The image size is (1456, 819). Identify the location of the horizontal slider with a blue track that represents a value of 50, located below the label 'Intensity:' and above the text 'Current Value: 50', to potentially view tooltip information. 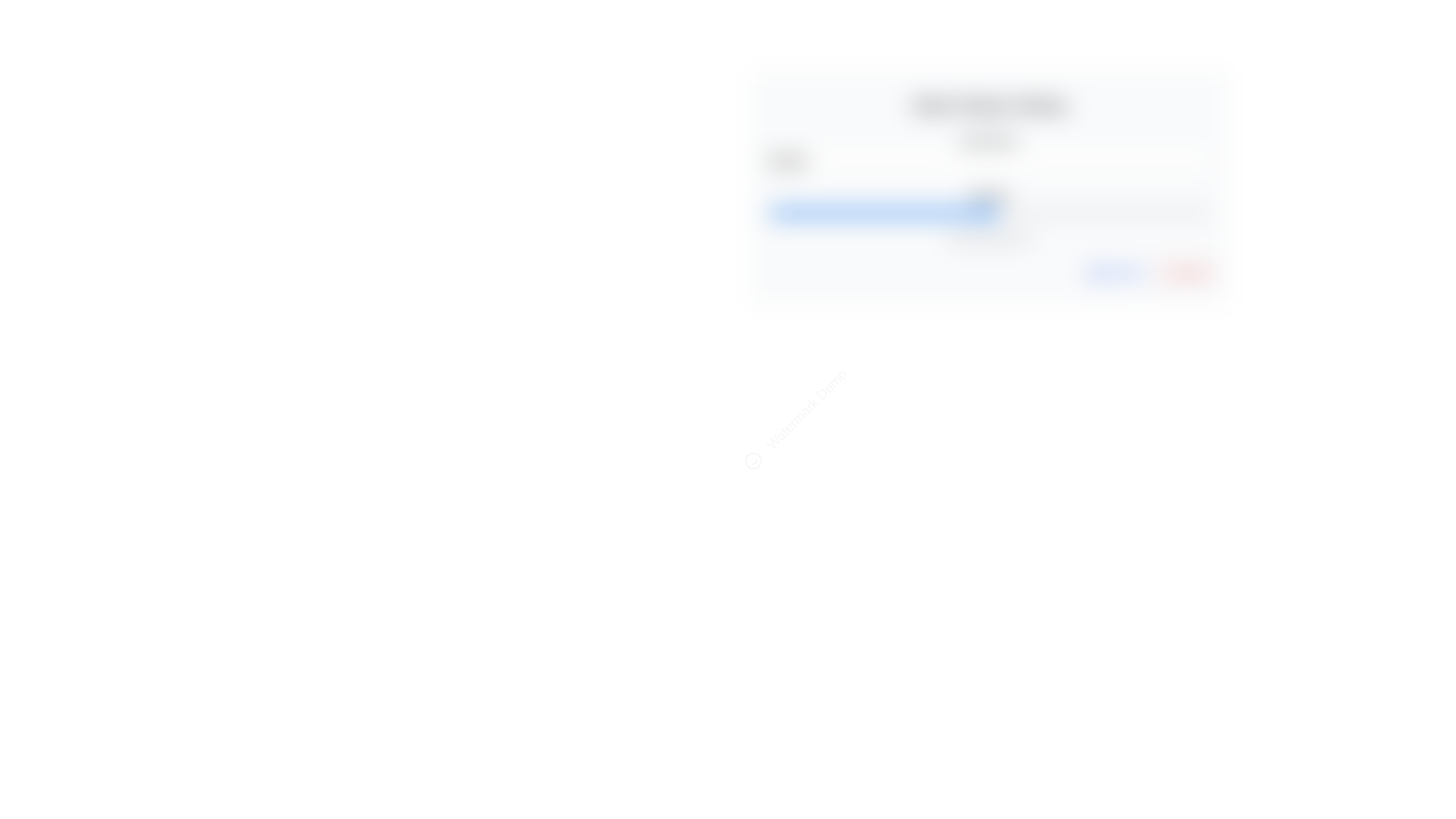
(990, 213).